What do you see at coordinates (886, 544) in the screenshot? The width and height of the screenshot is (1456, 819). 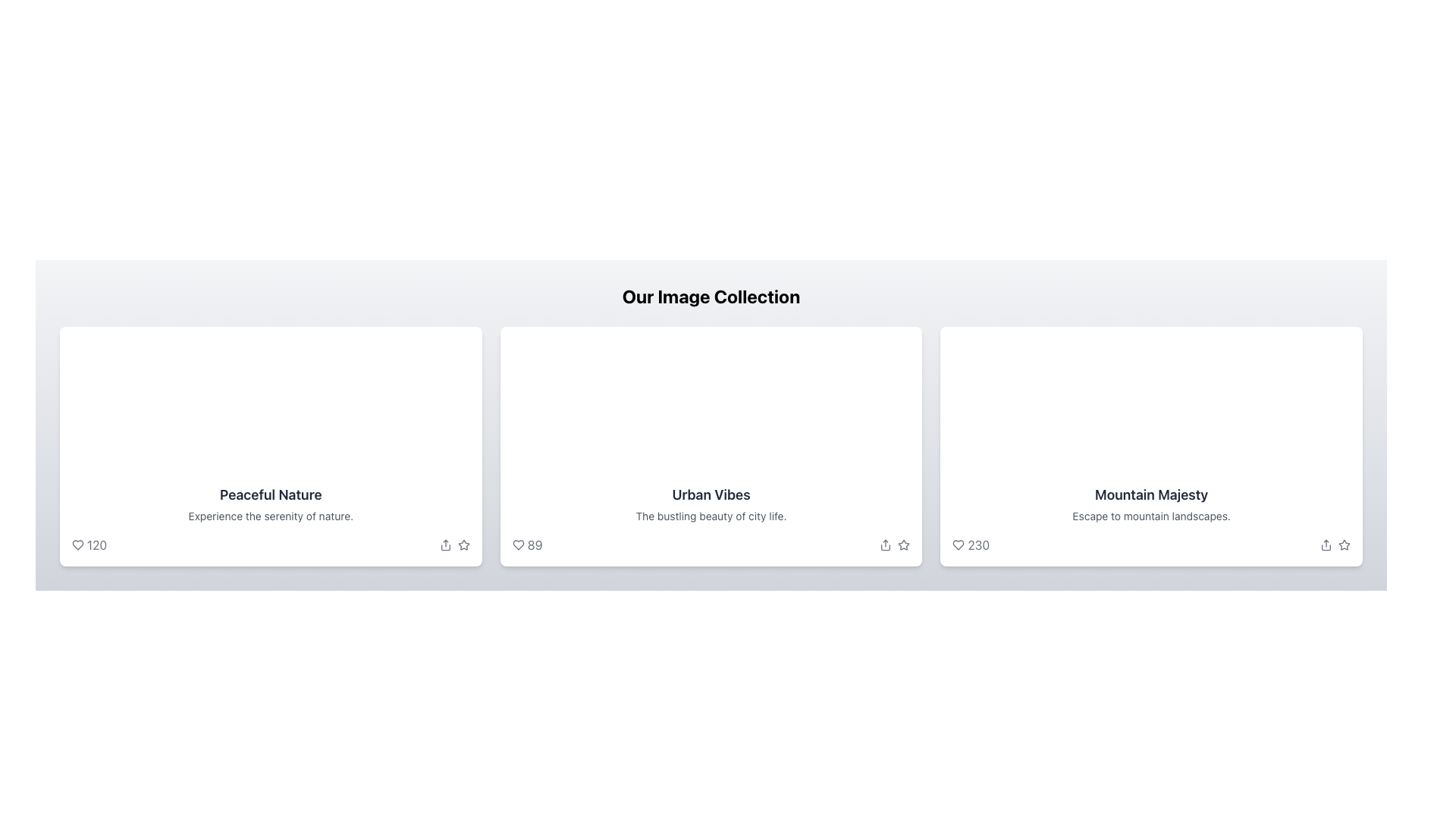 I see `the 'share' icon button located at the bottom-right section of the 'Urban Vibes' card` at bounding box center [886, 544].